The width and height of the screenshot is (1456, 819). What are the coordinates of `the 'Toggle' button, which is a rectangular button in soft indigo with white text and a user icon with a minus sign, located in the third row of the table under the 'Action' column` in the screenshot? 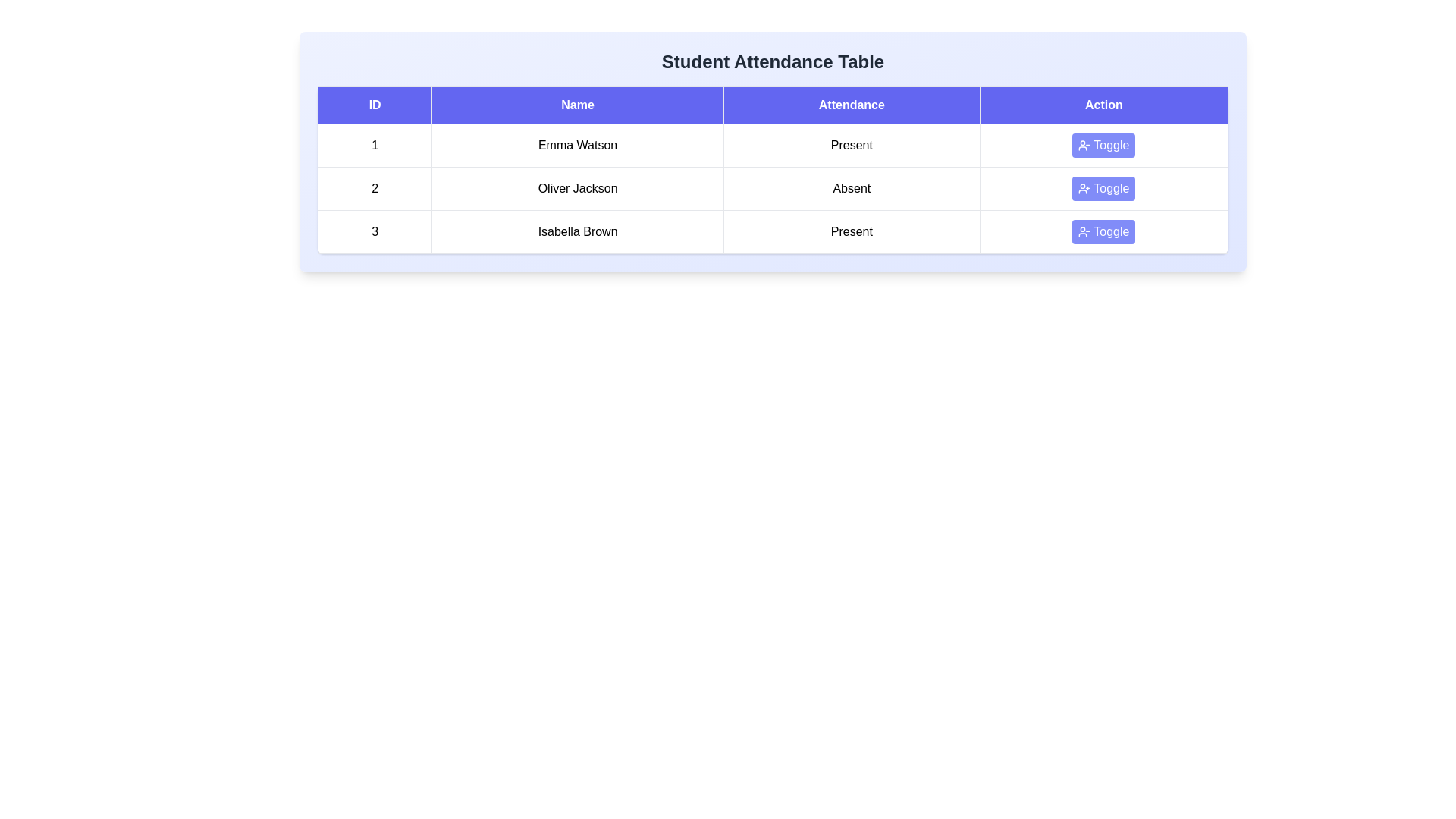 It's located at (1103, 231).